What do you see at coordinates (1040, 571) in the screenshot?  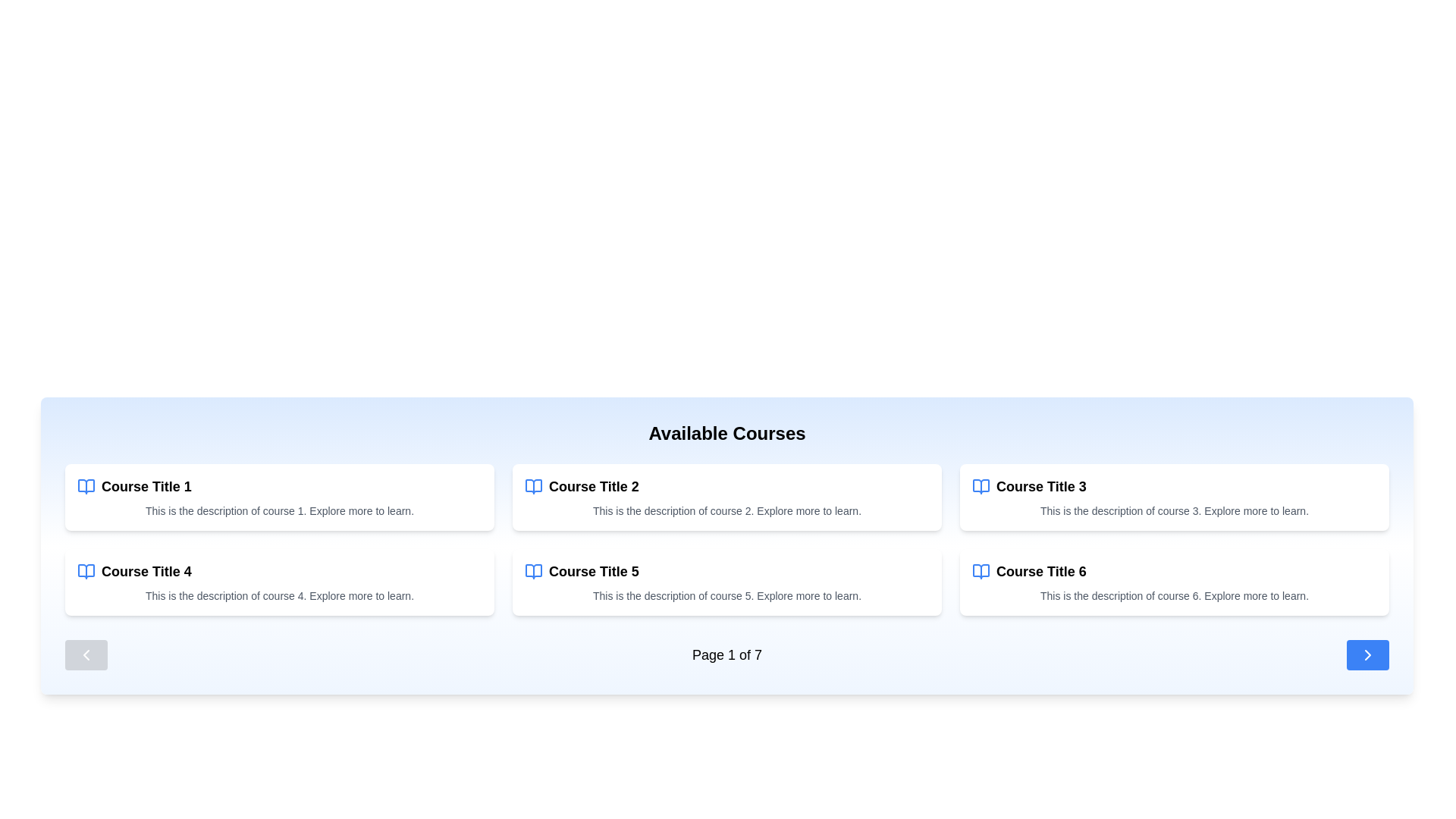 I see `the text element displaying 'Course Title 6' located in the bottom-right card of a 2-row, 3-column grid layout of courses` at bounding box center [1040, 571].